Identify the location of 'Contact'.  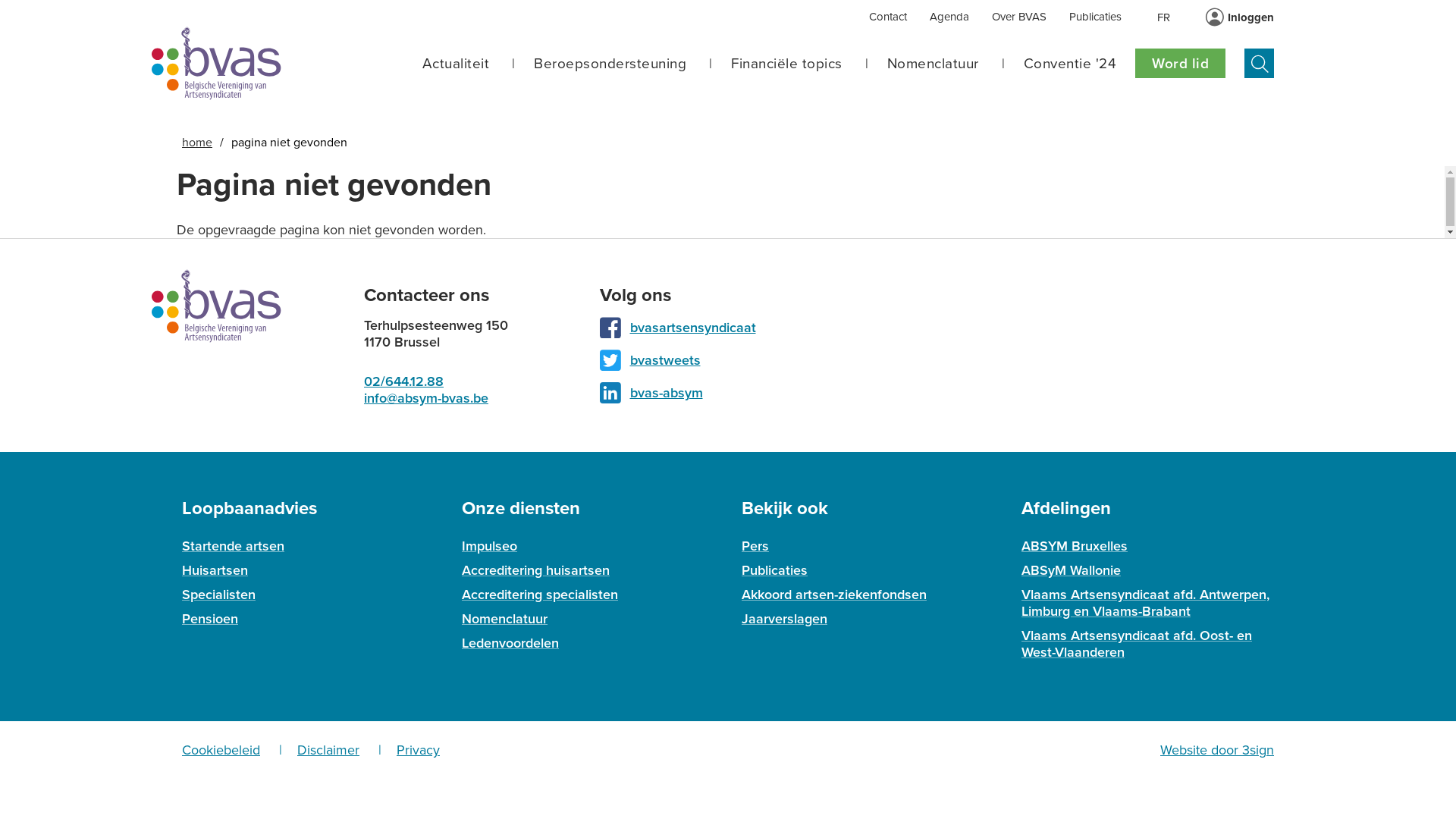
(888, 17).